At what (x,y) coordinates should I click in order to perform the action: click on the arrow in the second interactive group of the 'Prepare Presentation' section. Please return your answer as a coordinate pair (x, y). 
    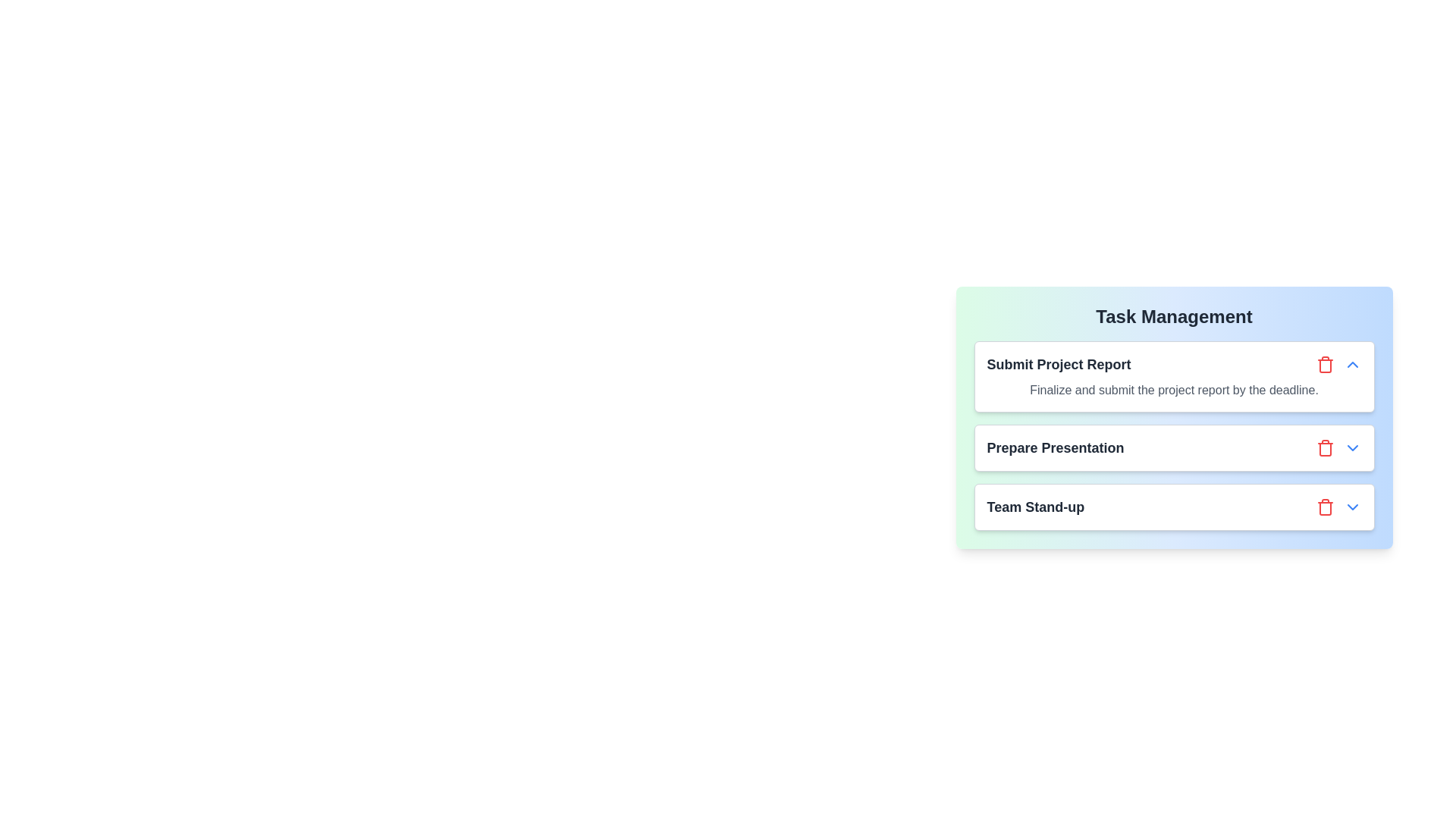
    Looking at the image, I should click on (1338, 447).